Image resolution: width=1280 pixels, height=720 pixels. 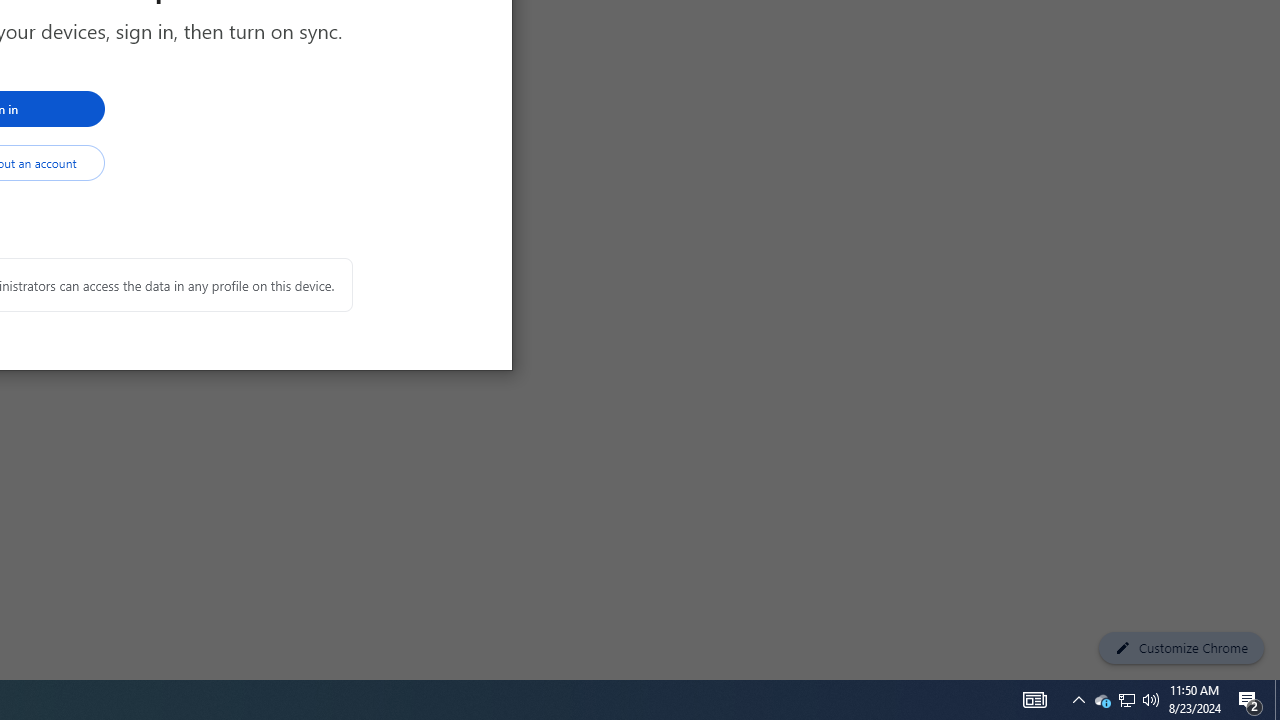 What do you see at coordinates (1078, 698) in the screenshot?
I see `'Notification Chevron'` at bounding box center [1078, 698].